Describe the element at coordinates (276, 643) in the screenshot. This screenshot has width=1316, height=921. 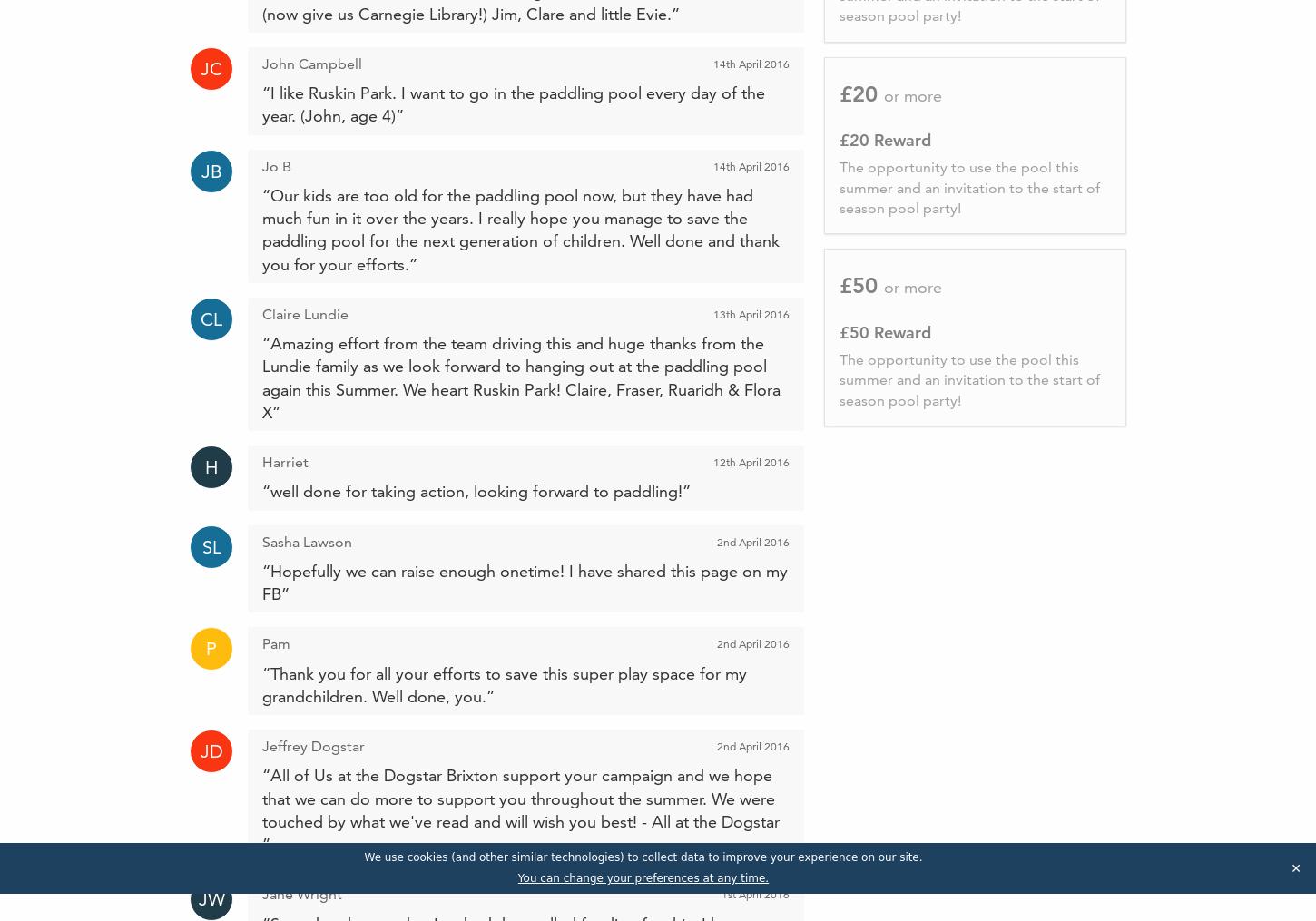
I see `'Pam'` at that location.